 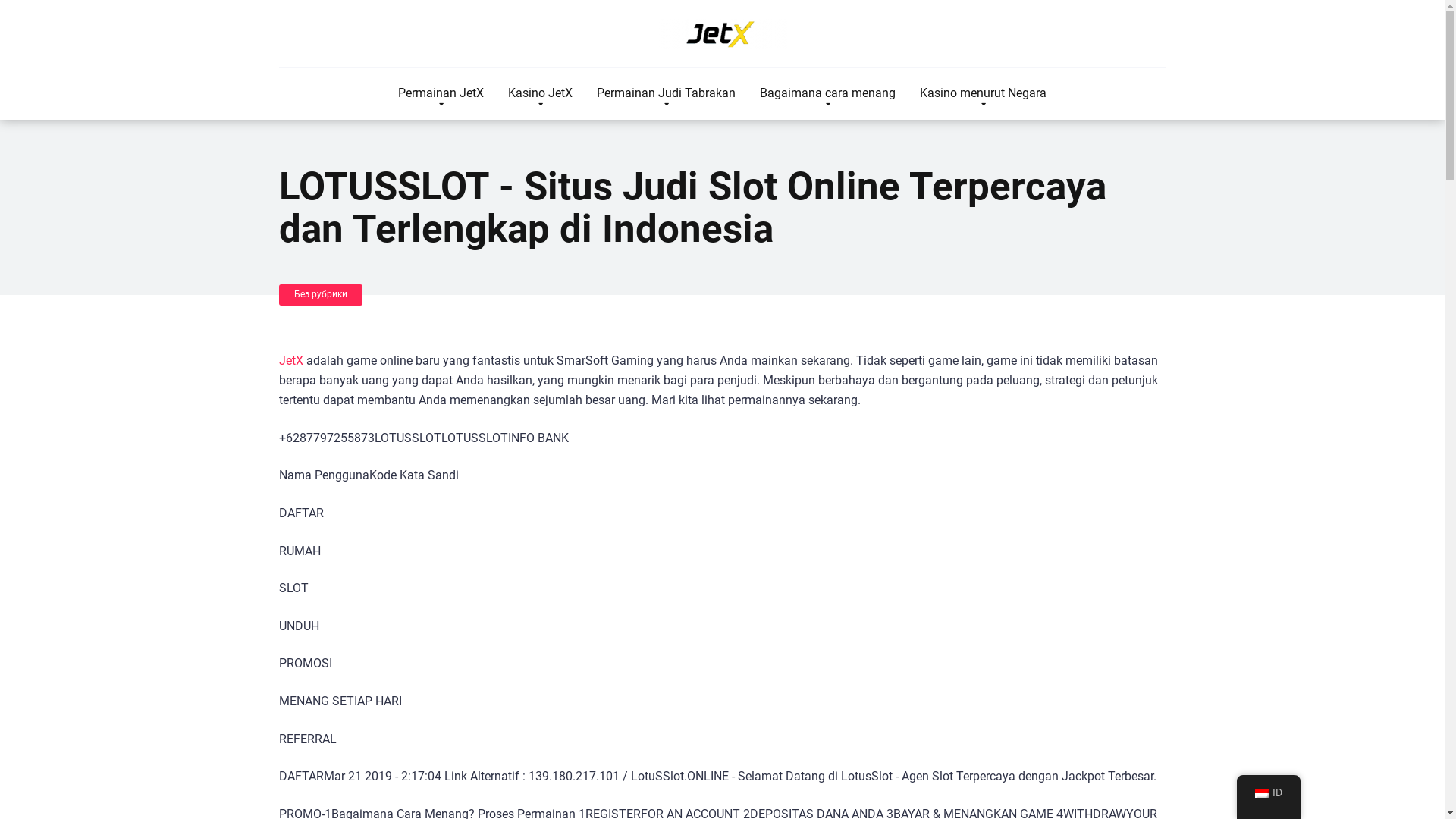 What do you see at coordinates (440, 93) in the screenshot?
I see `'Permainan JetX'` at bounding box center [440, 93].